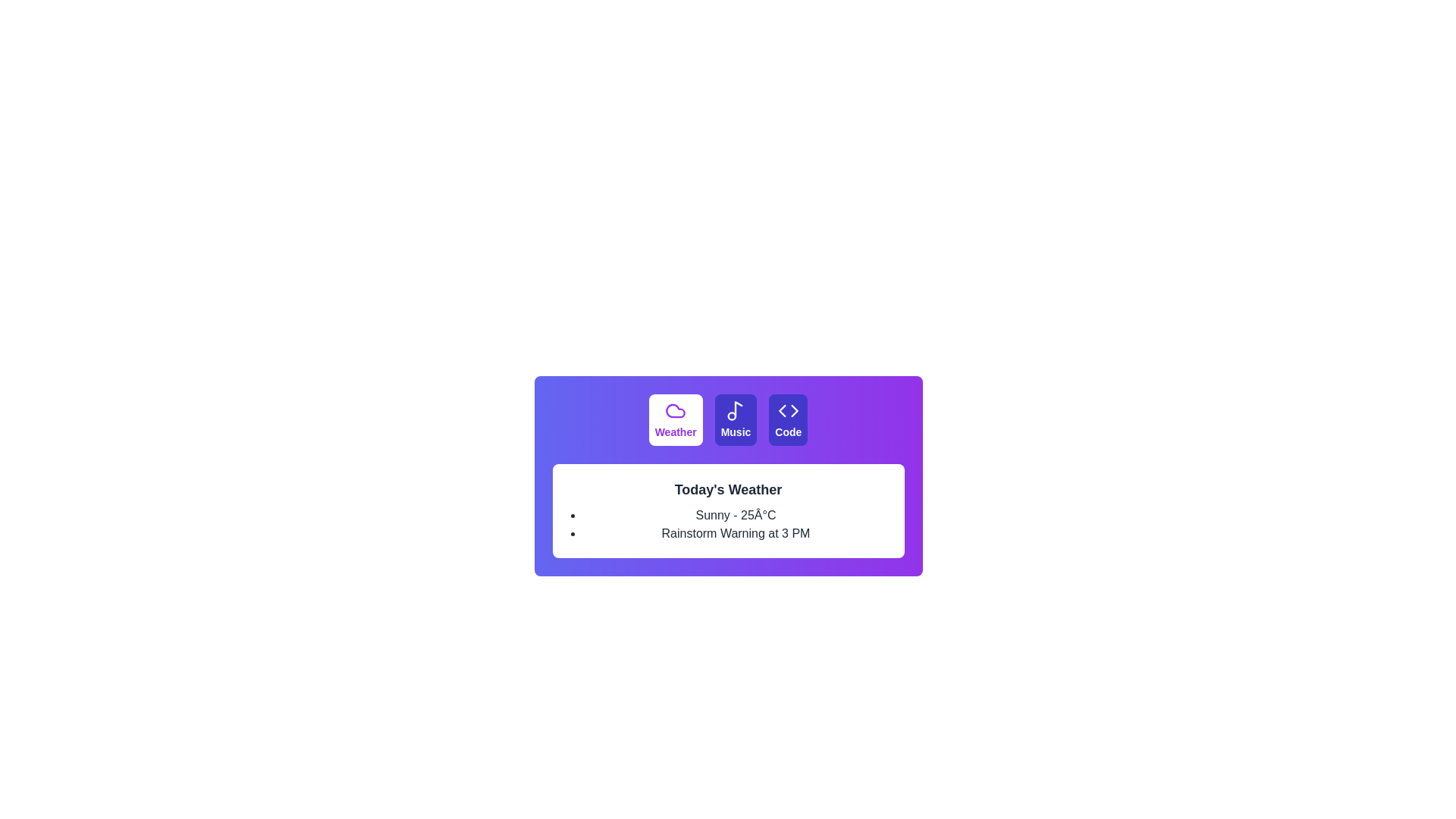  I want to click on the navigational button related to 'Code' to trigger the styling effect, so click(788, 420).